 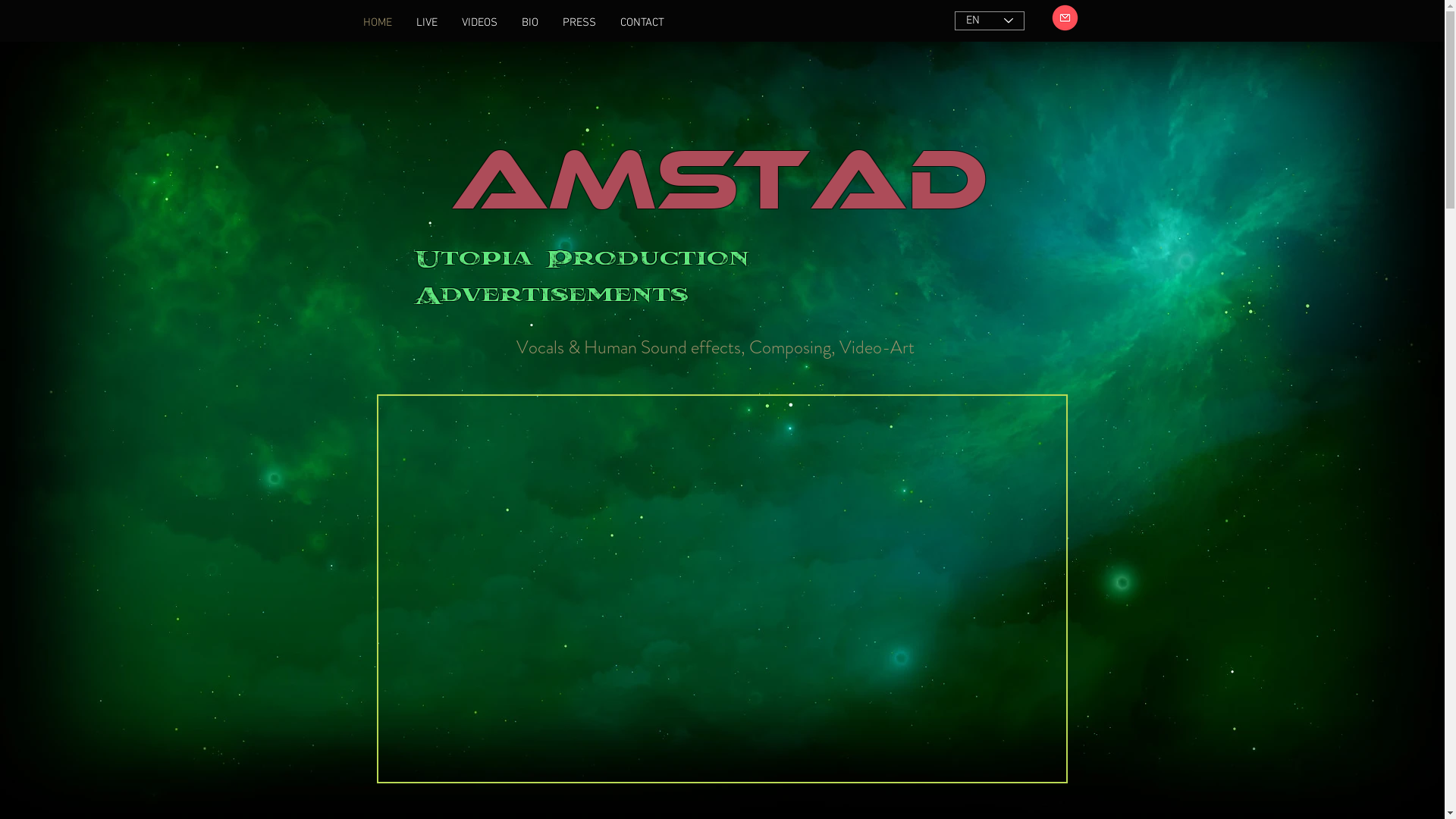 I want to click on 'Amstad', so click(x=450, y=162).